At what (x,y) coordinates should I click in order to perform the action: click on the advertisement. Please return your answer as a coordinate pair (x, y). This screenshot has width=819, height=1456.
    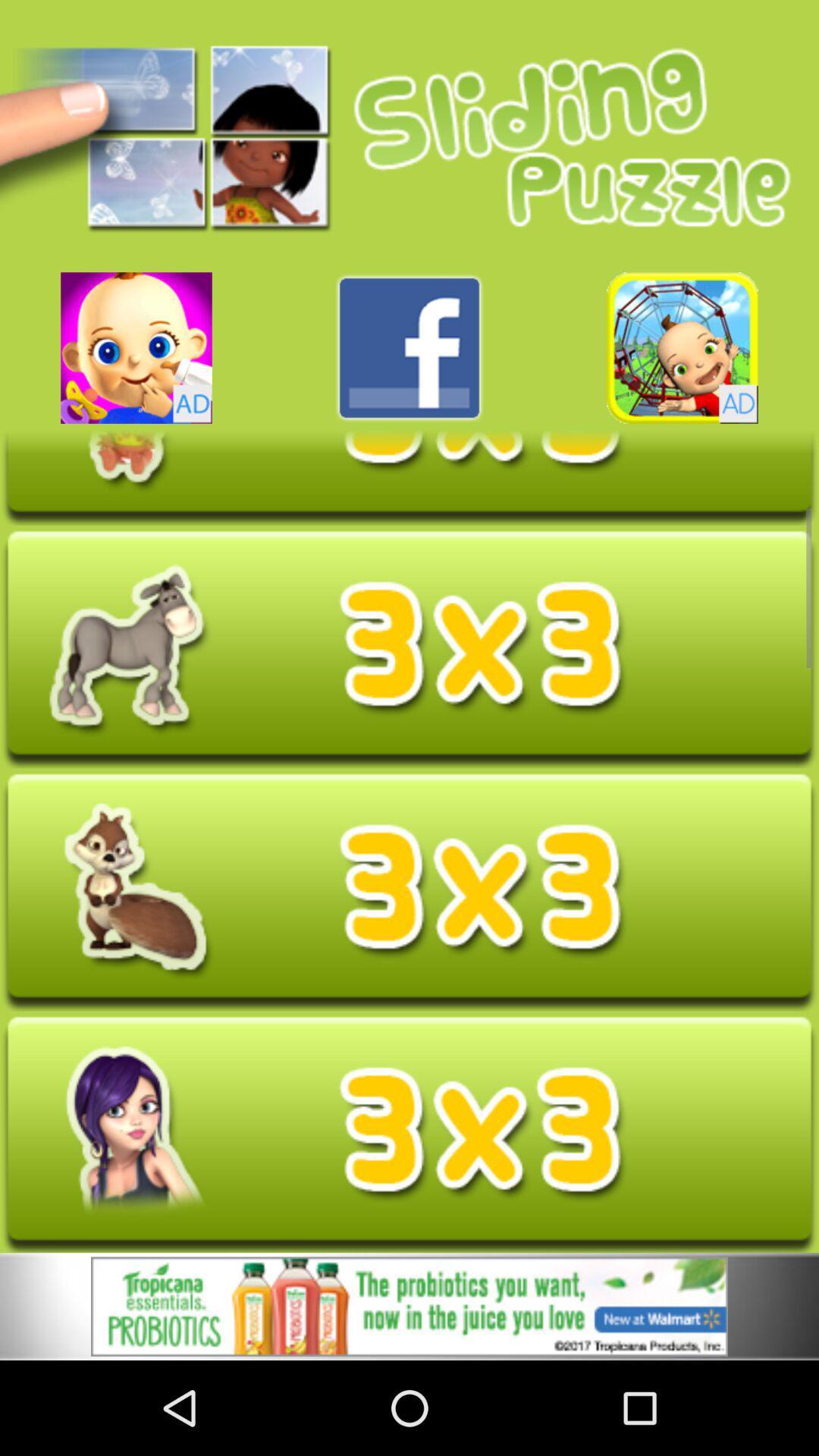
    Looking at the image, I should click on (409, 1308).